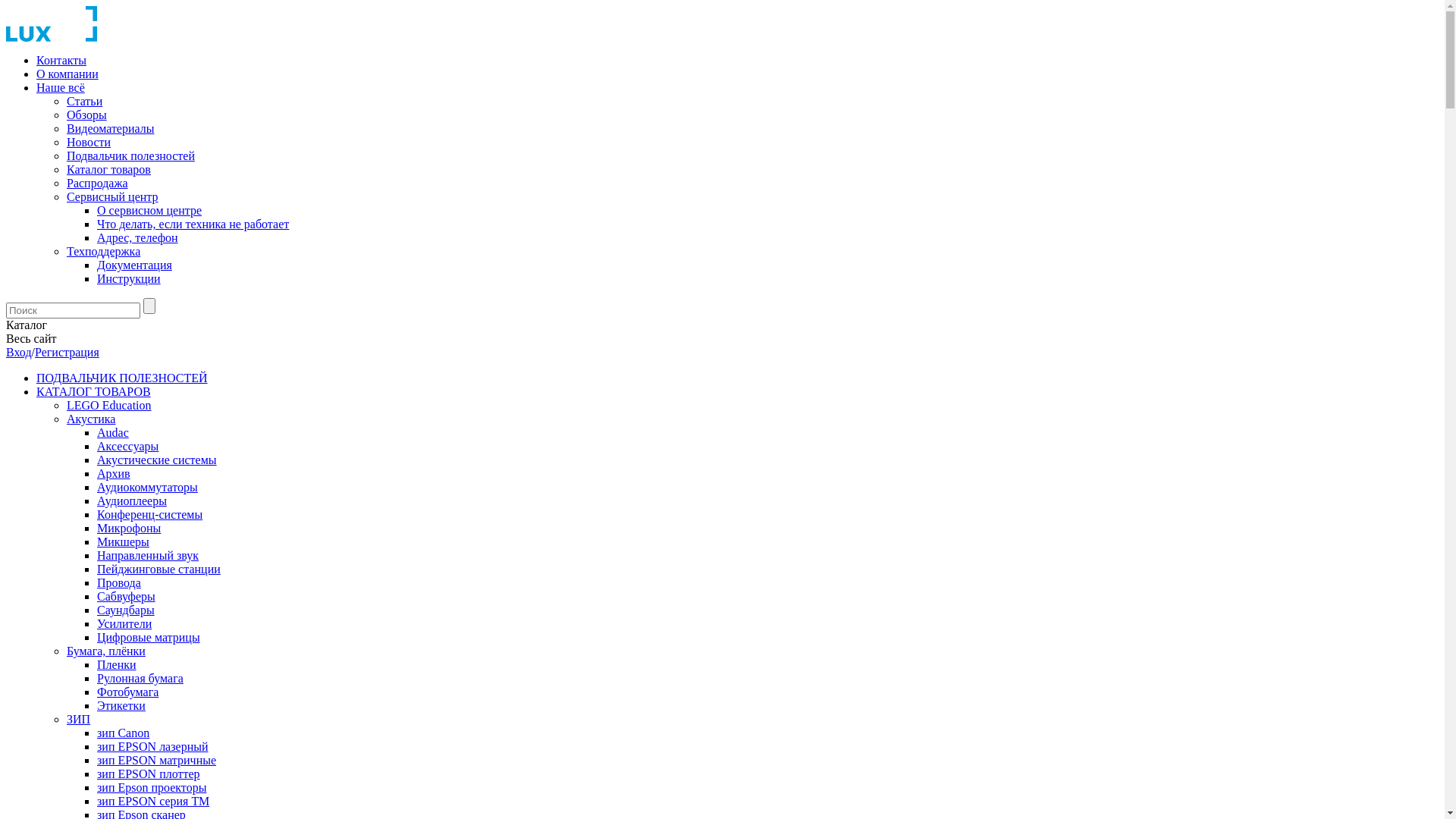 This screenshot has height=819, width=1456. Describe the element at coordinates (111, 432) in the screenshot. I see `'Audac'` at that location.